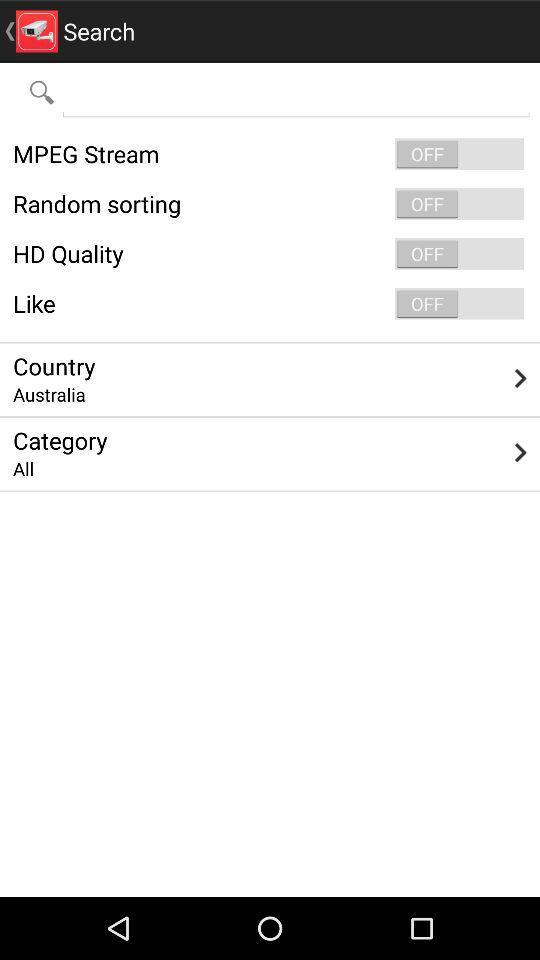 This screenshot has width=540, height=960. I want to click on the app below search icon, so click(295, 91).